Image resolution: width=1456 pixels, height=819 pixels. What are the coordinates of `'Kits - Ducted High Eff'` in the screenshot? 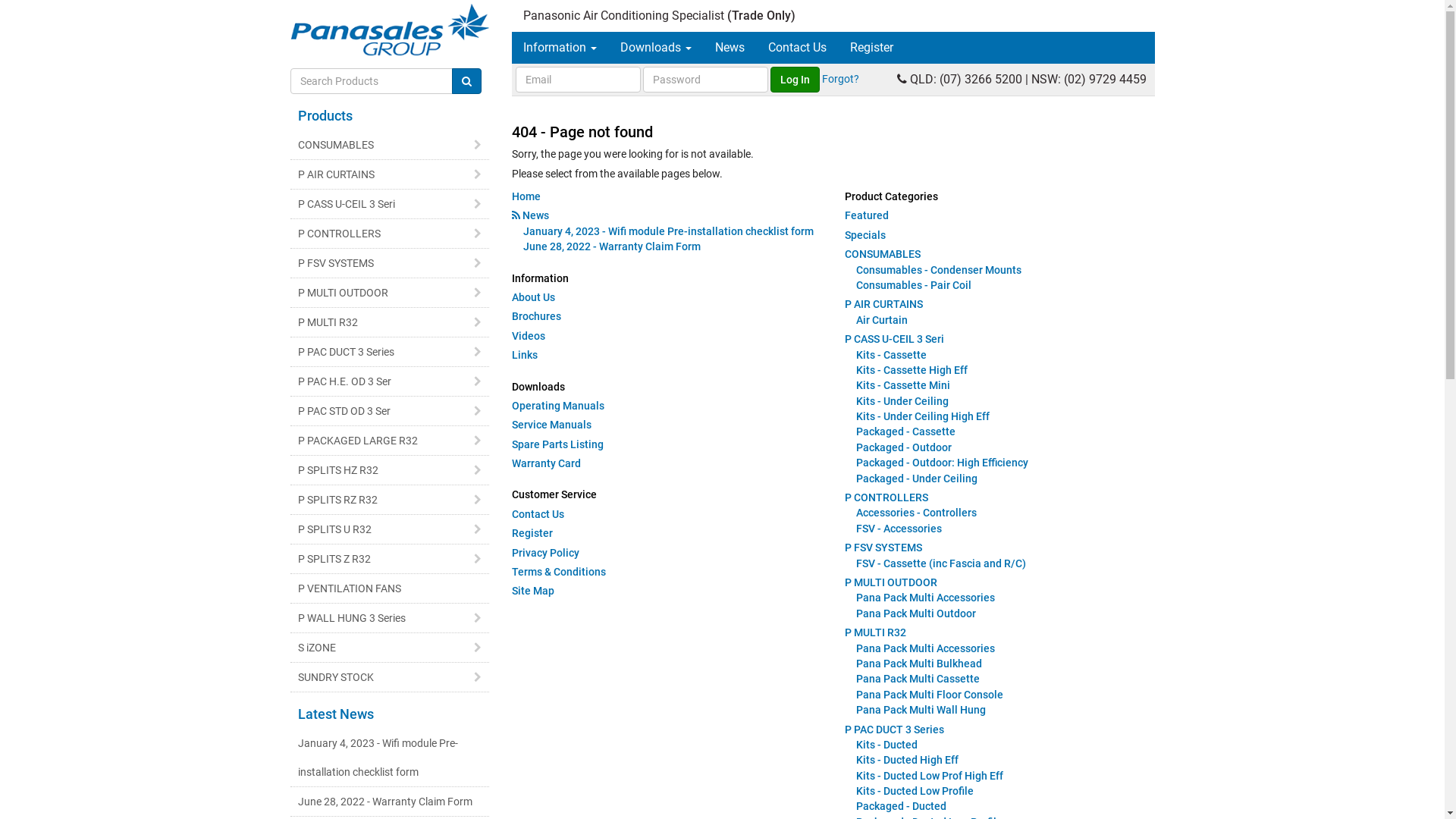 It's located at (907, 760).